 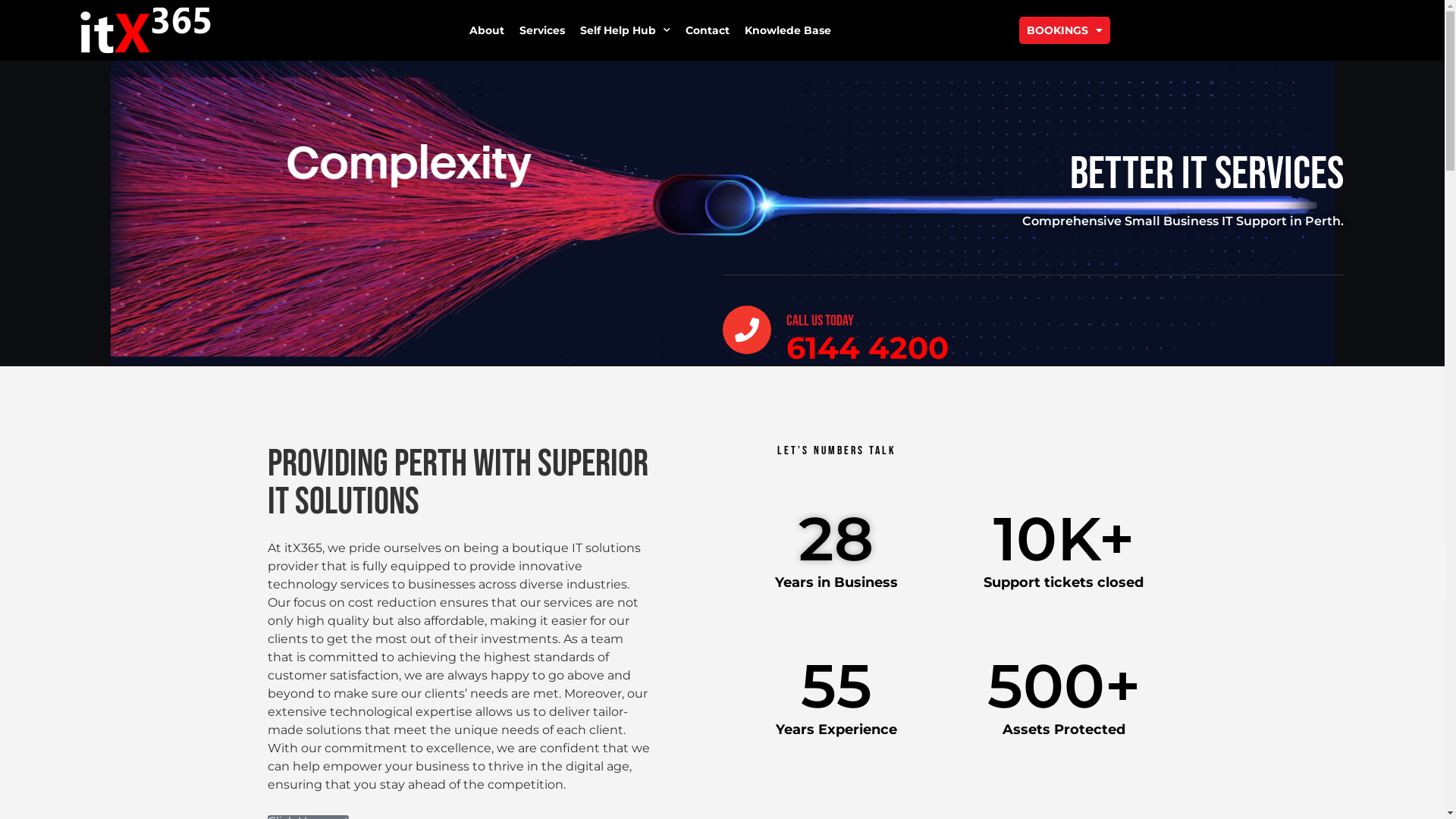 What do you see at coordinates (706, 30) in the screenshot?
I see `'Contact'` at bounding box center [706, 30].